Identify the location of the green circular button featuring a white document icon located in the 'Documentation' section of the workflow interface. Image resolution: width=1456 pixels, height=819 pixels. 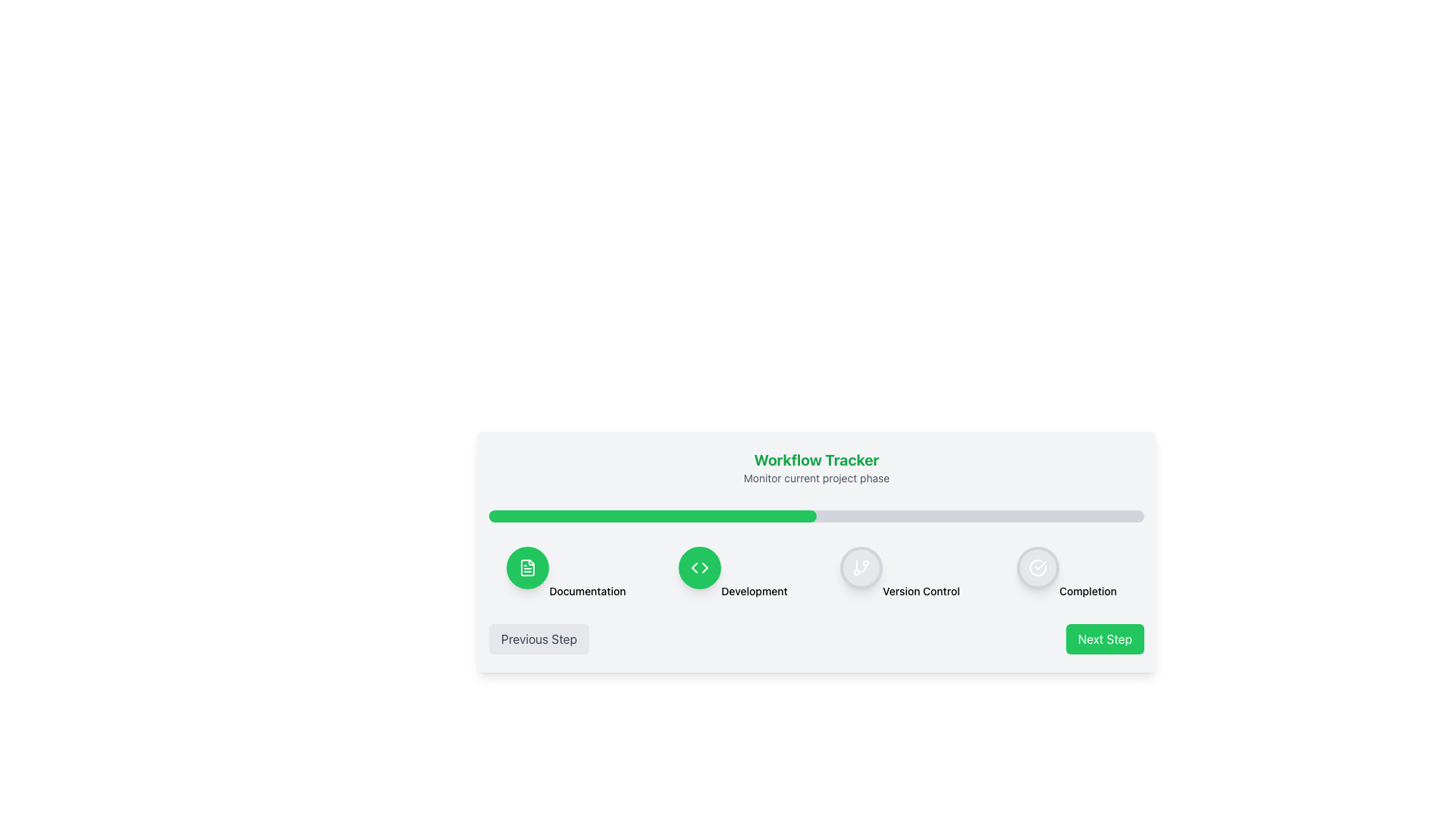
(528, 567).